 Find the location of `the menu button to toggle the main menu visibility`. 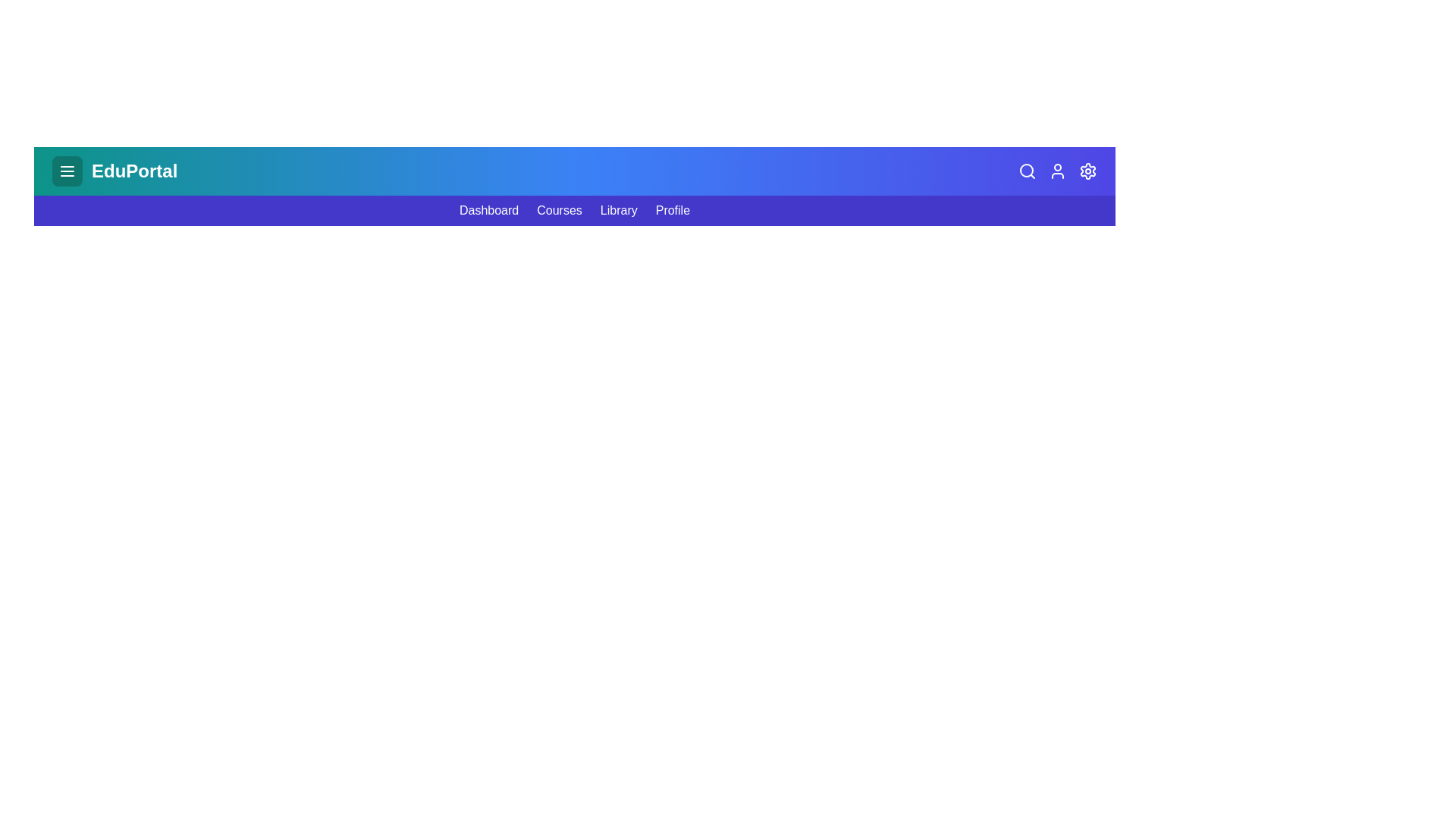

the menu button to toggle the main menu visibility is located at coordinates (67, 171).